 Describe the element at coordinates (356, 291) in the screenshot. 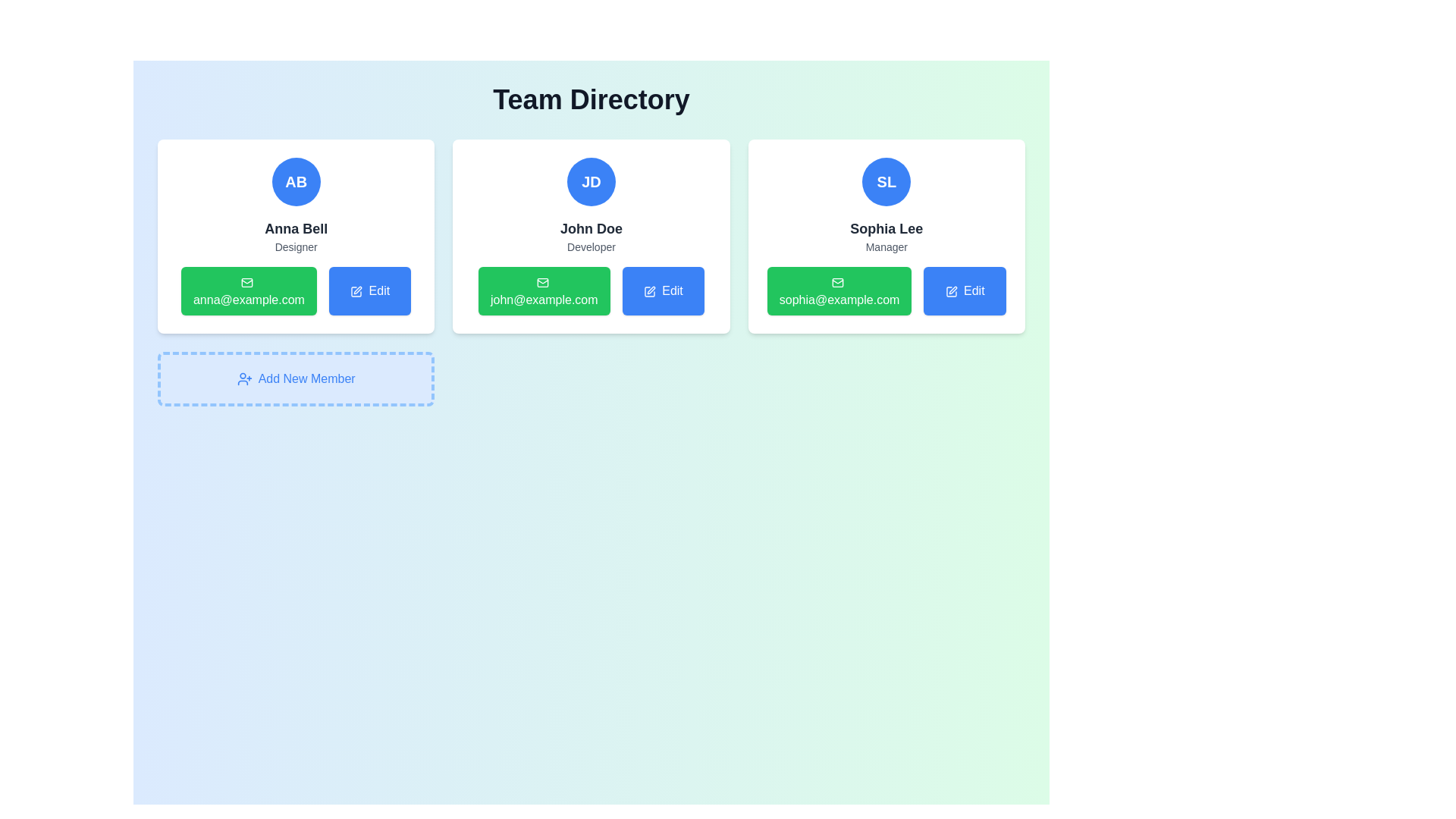

I see `the 'Edit' button icon for the user 'Anna Bell' in the Team Directory` at that location.